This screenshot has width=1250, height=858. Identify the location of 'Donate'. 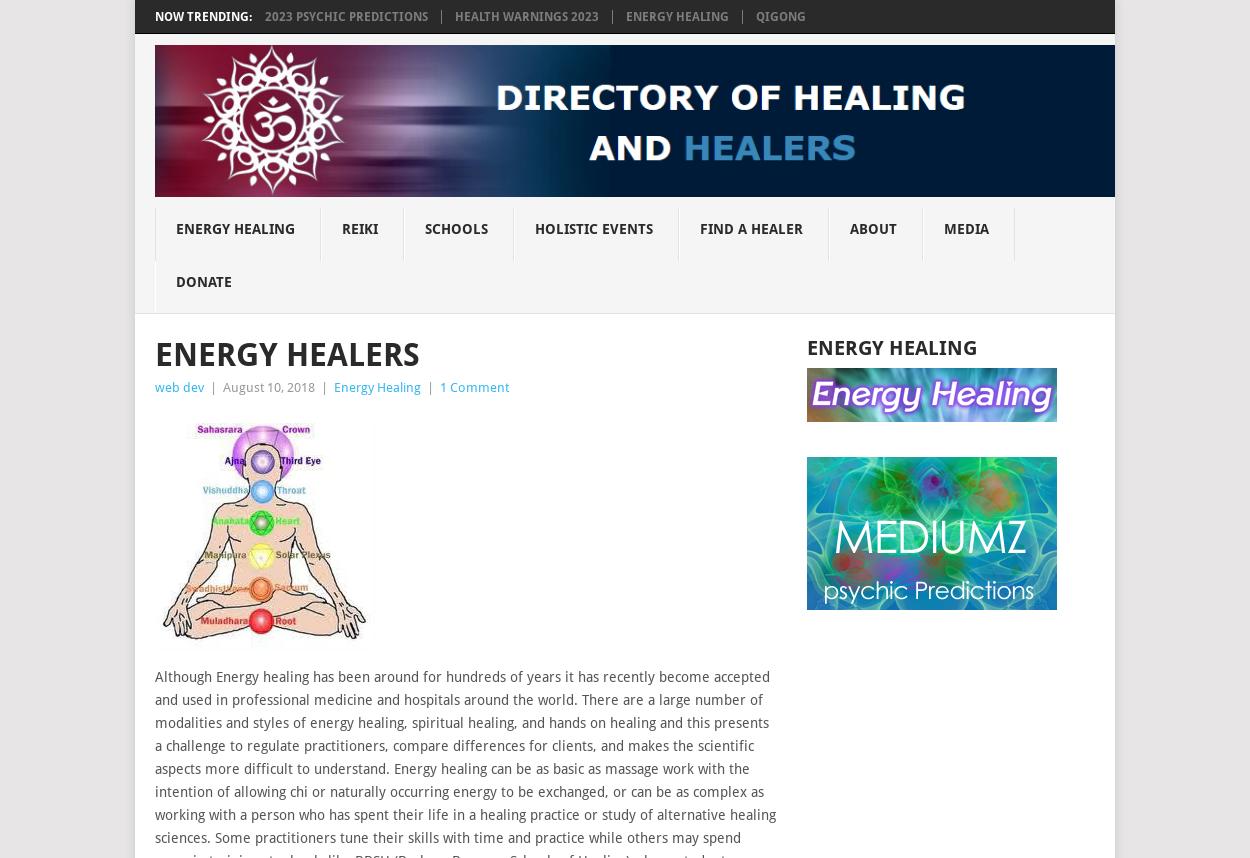
(202, 280).